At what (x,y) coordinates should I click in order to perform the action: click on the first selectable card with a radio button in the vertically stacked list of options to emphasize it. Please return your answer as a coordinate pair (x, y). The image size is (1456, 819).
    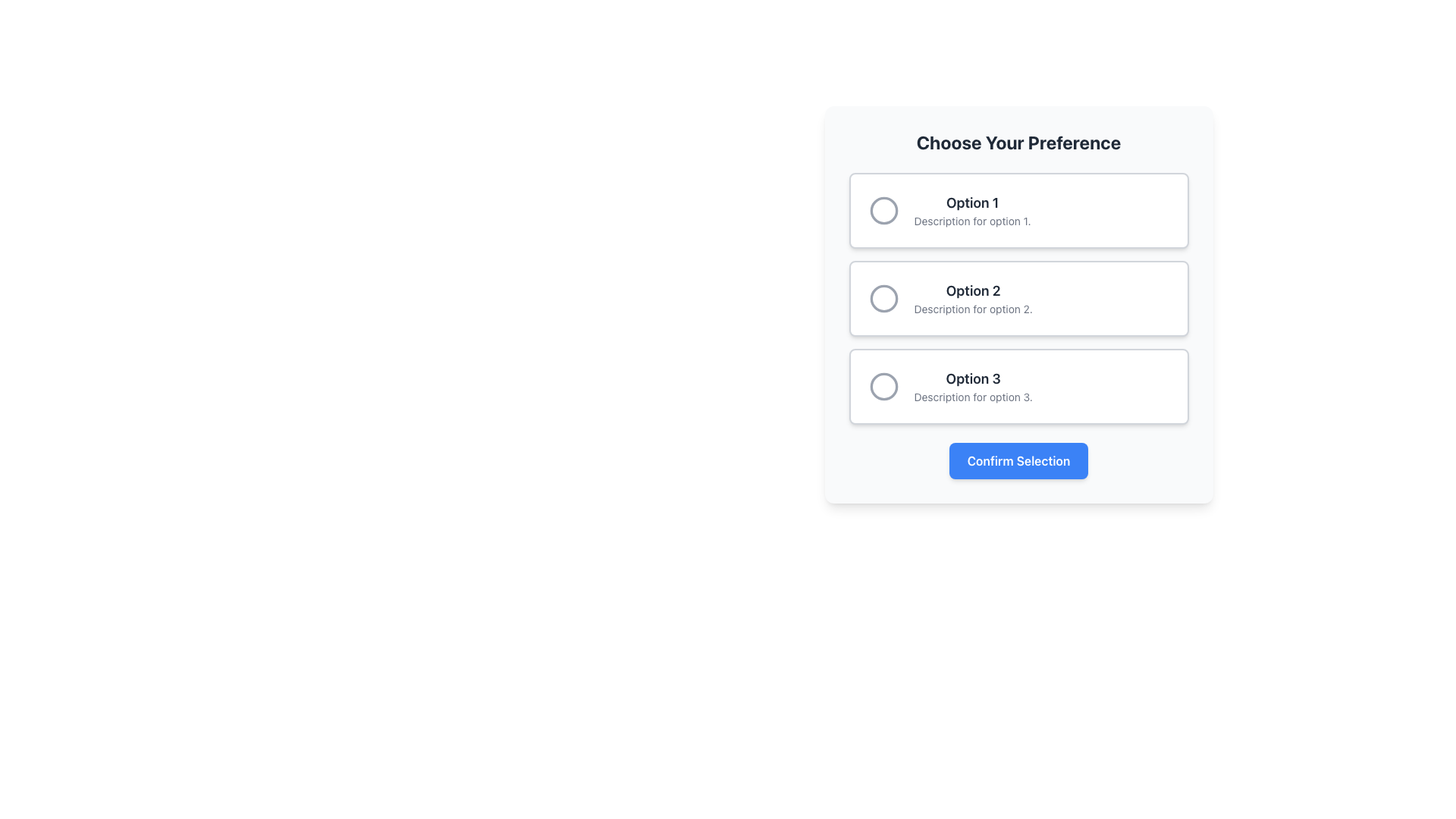
    Looking at the image, I should click on (1018, 210).